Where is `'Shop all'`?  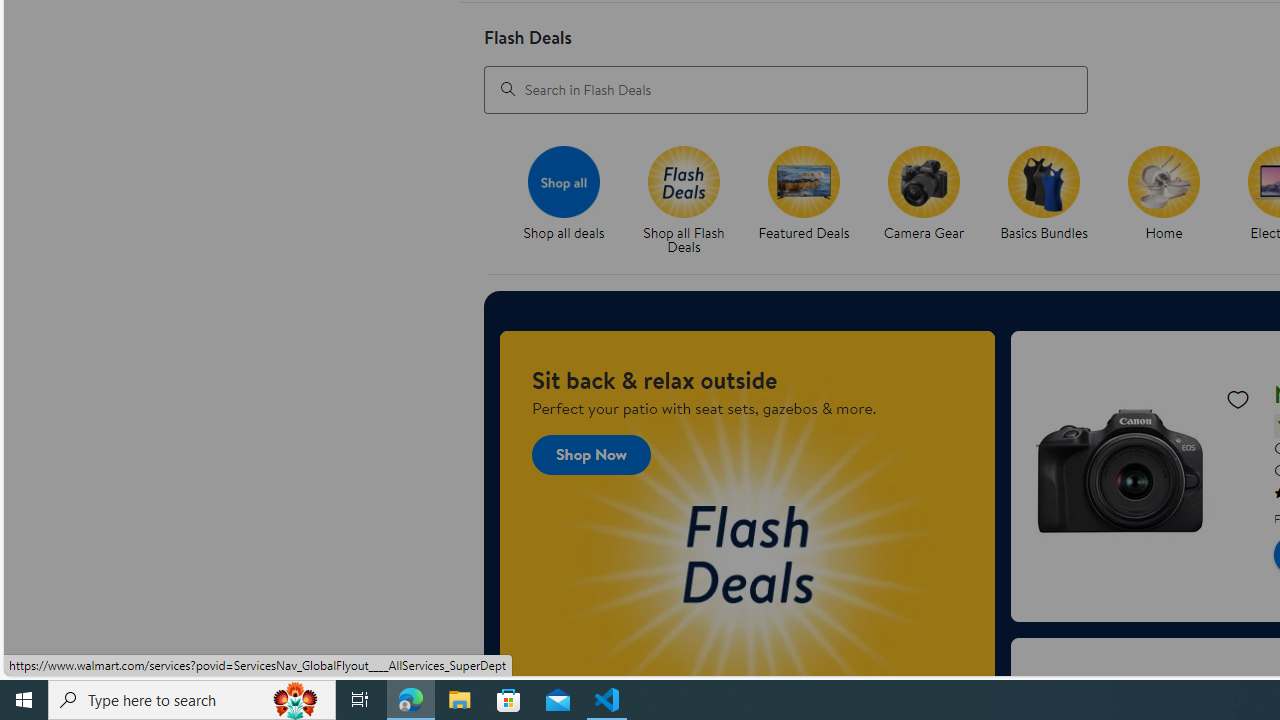 'Shop all' is located at coordinates (562, 181).